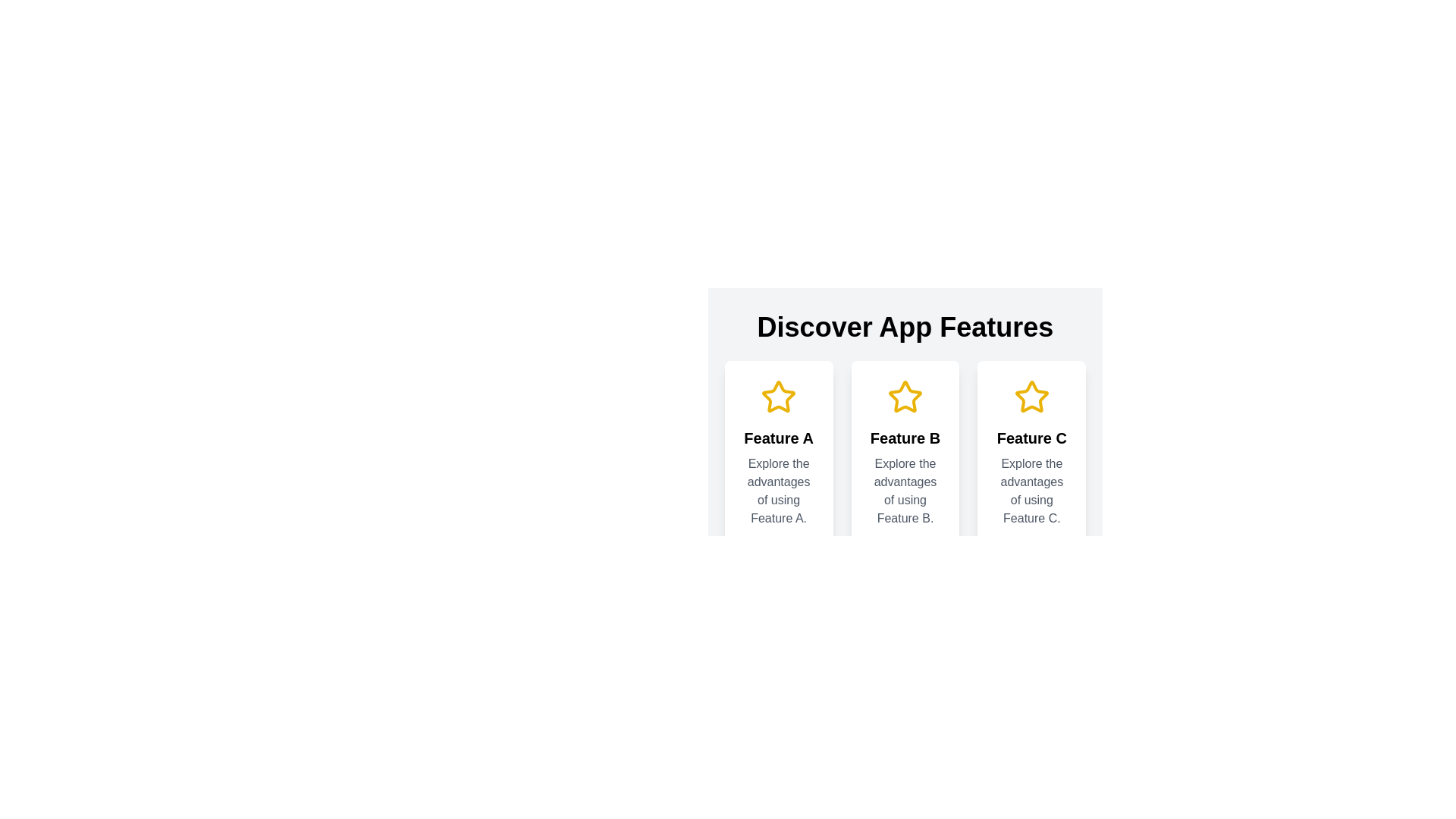  Describe the element at coordinates (1031, 438) in the screenshot. I see `the bold text label 'Feature C'` at that location.